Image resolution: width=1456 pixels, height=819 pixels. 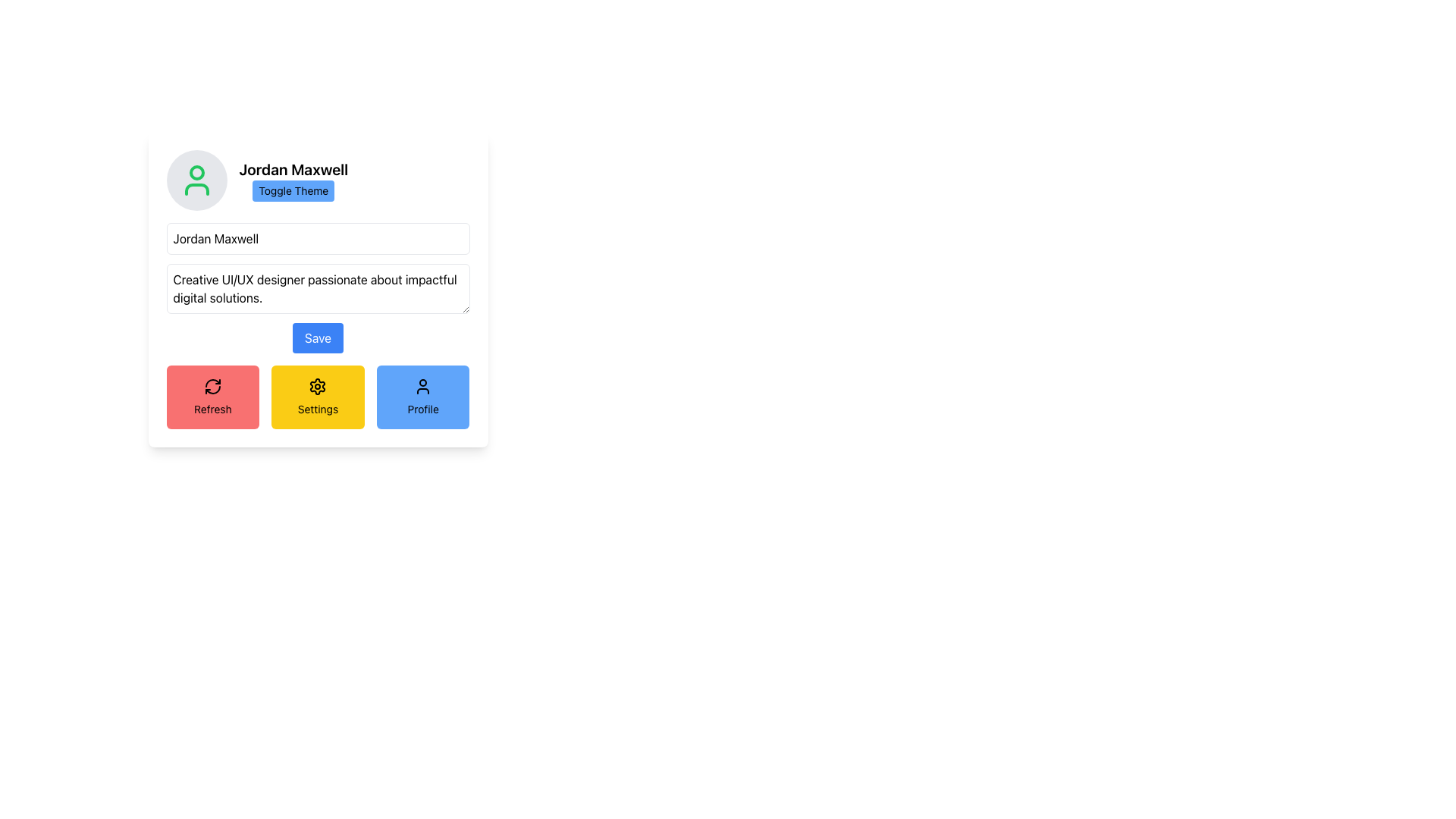 What do you see at coordinates (422, 385) in the screenshot?
I see `the SVG icon resembling a user silhouette located within a blue rectangular button above the 'Profile' text` at bounding box center [422, 385].